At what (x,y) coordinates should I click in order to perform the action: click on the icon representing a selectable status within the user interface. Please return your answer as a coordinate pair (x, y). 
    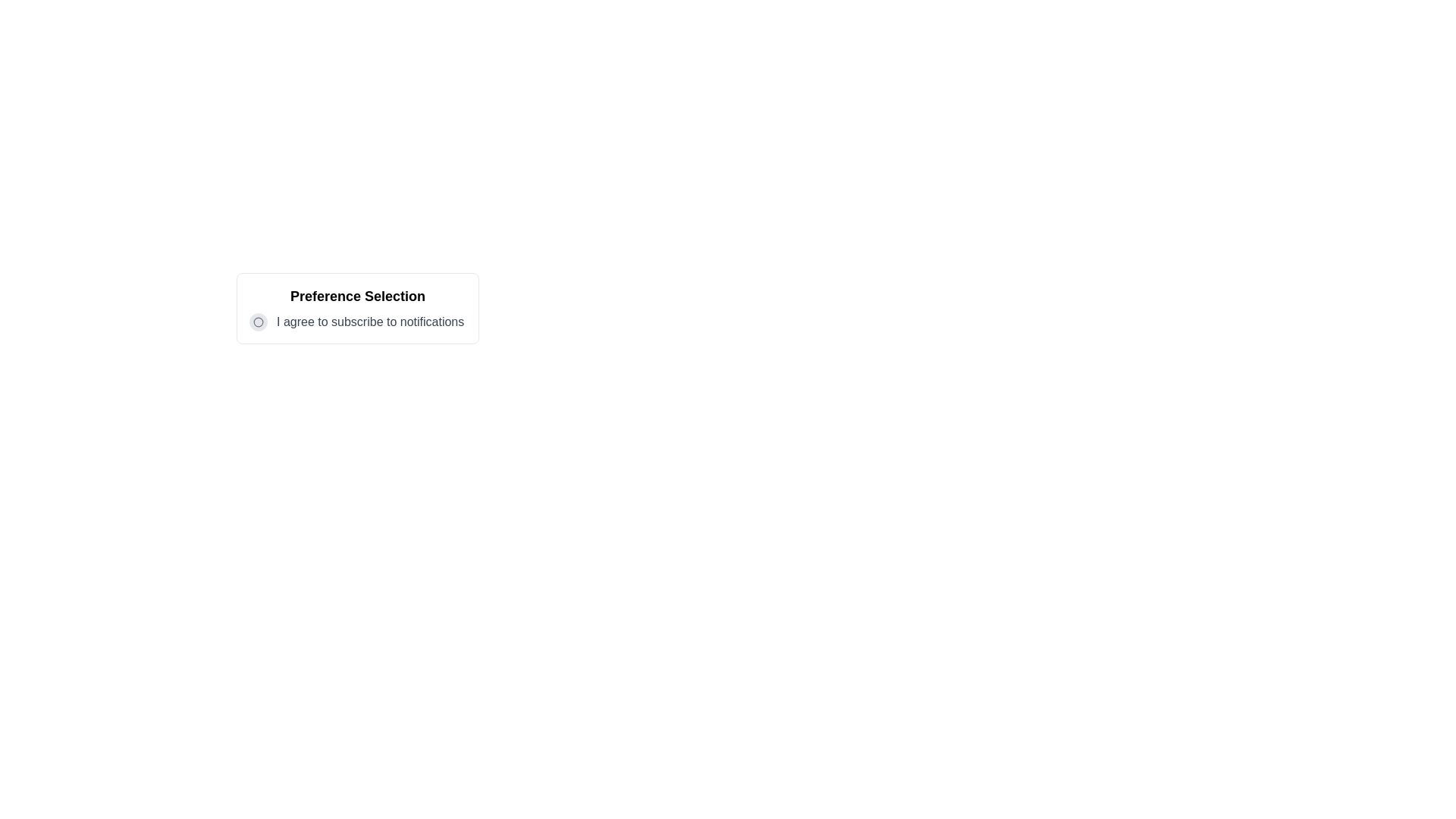
    Looking at the image, I should click on (258, 321).